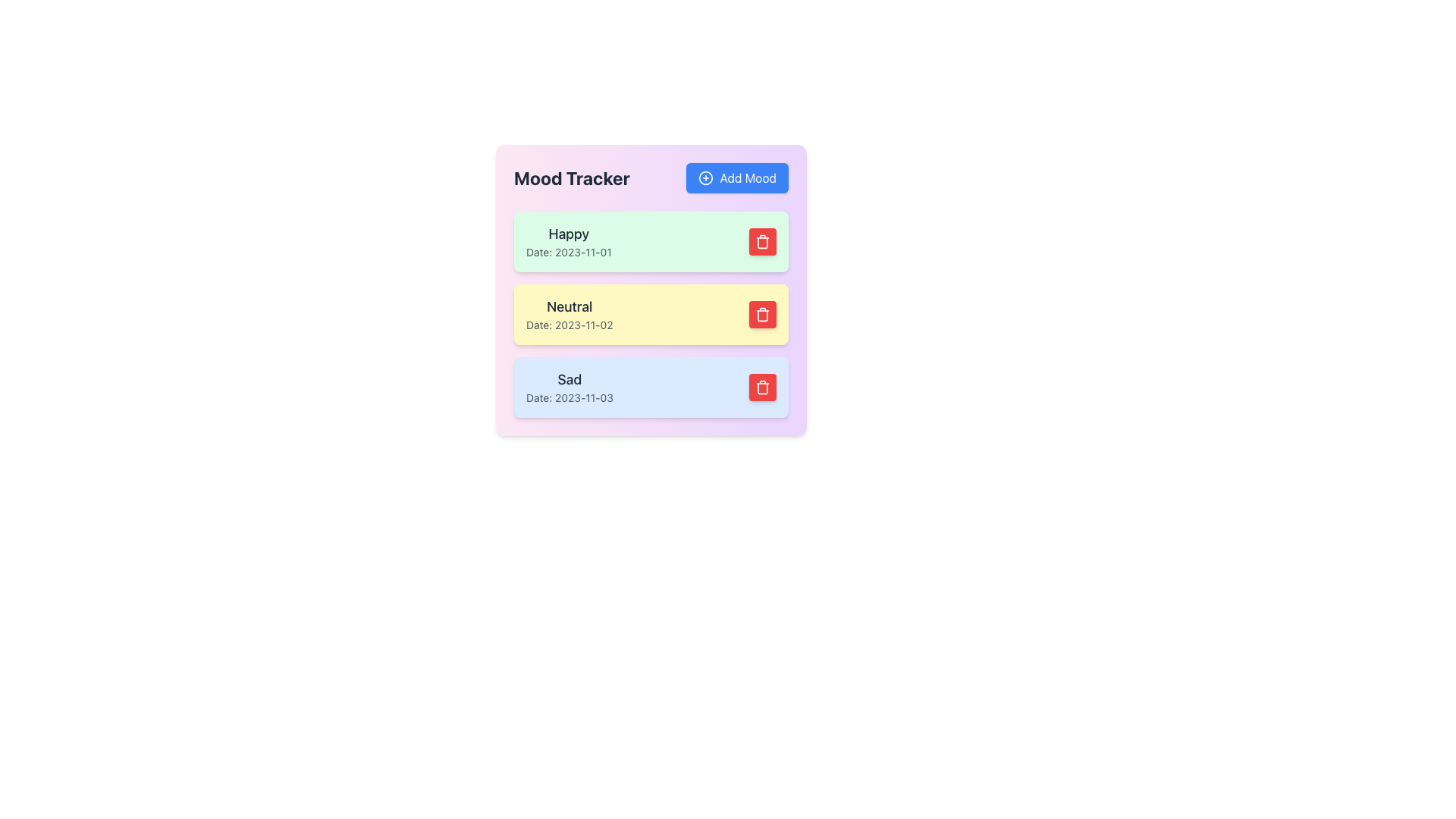 The width and height of the screenshot is (1456, 819). I want to click on the red delete button with a white trash can icon located at the bottom-right of the 'Sad' mood entry in the mood tracker list, so click(763, 386).